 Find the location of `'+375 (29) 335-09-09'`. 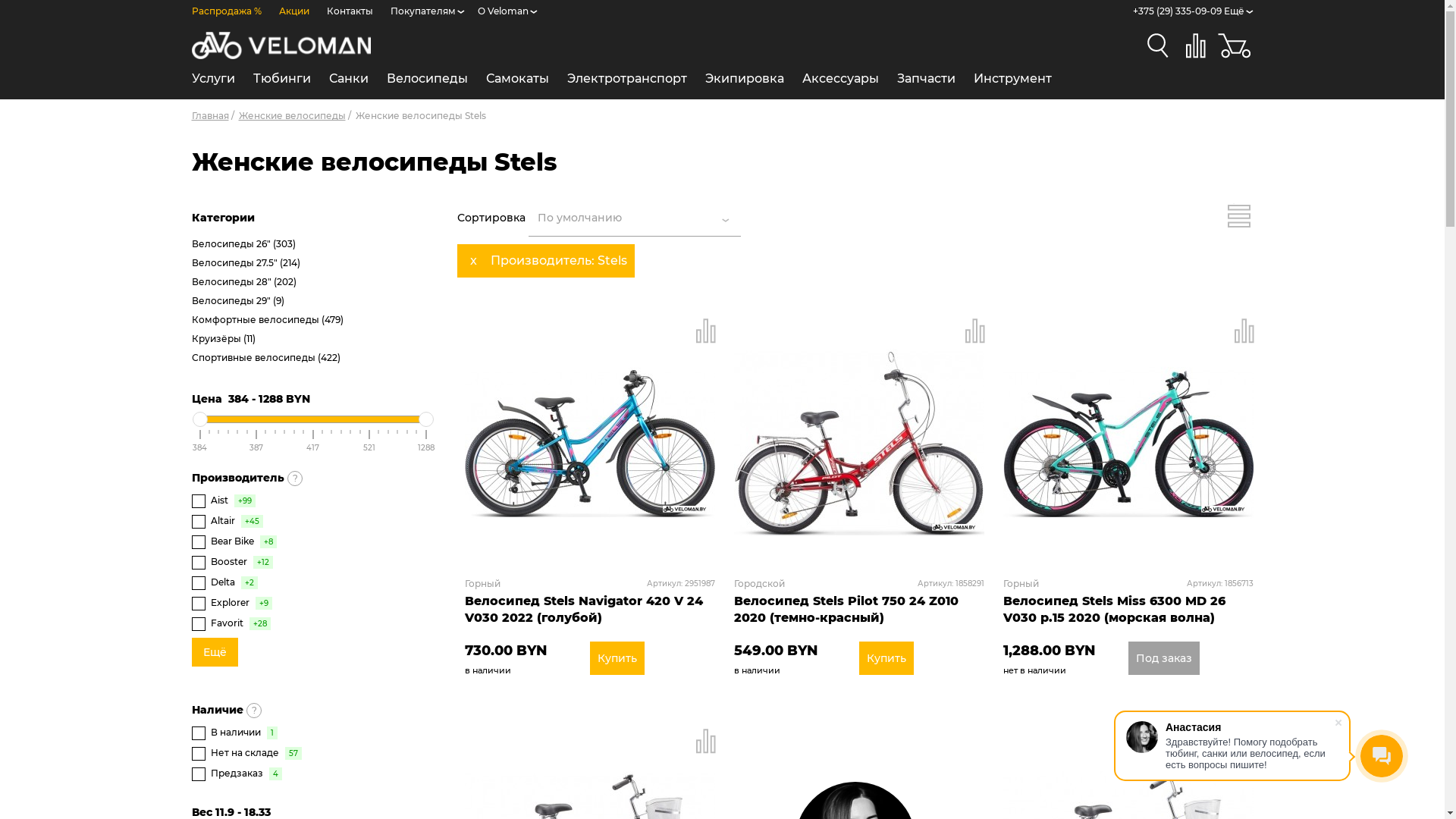

'+375 (29) 335-09-09' is located at coordinates (1176, 11).